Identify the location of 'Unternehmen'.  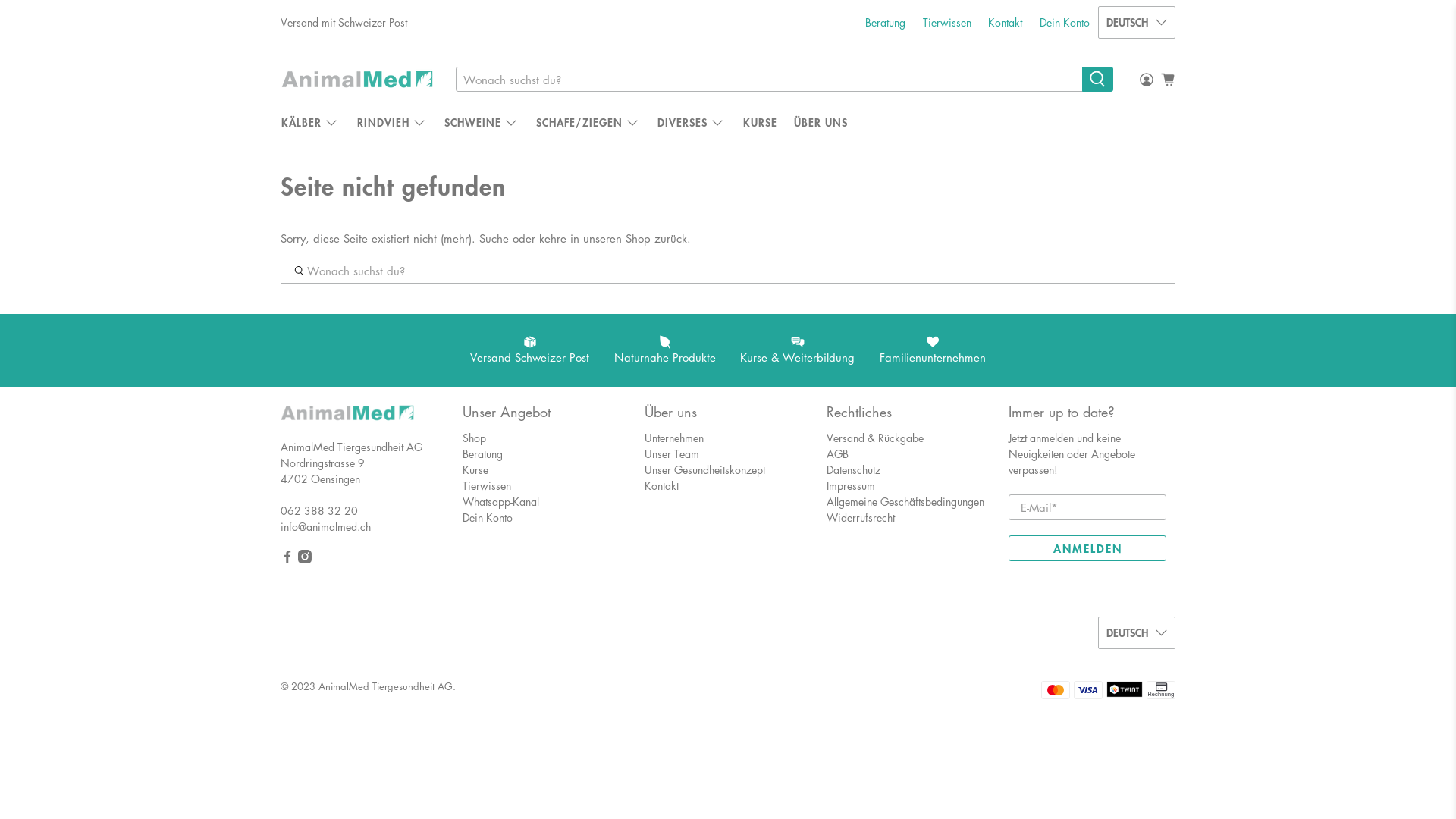
(673, 438).